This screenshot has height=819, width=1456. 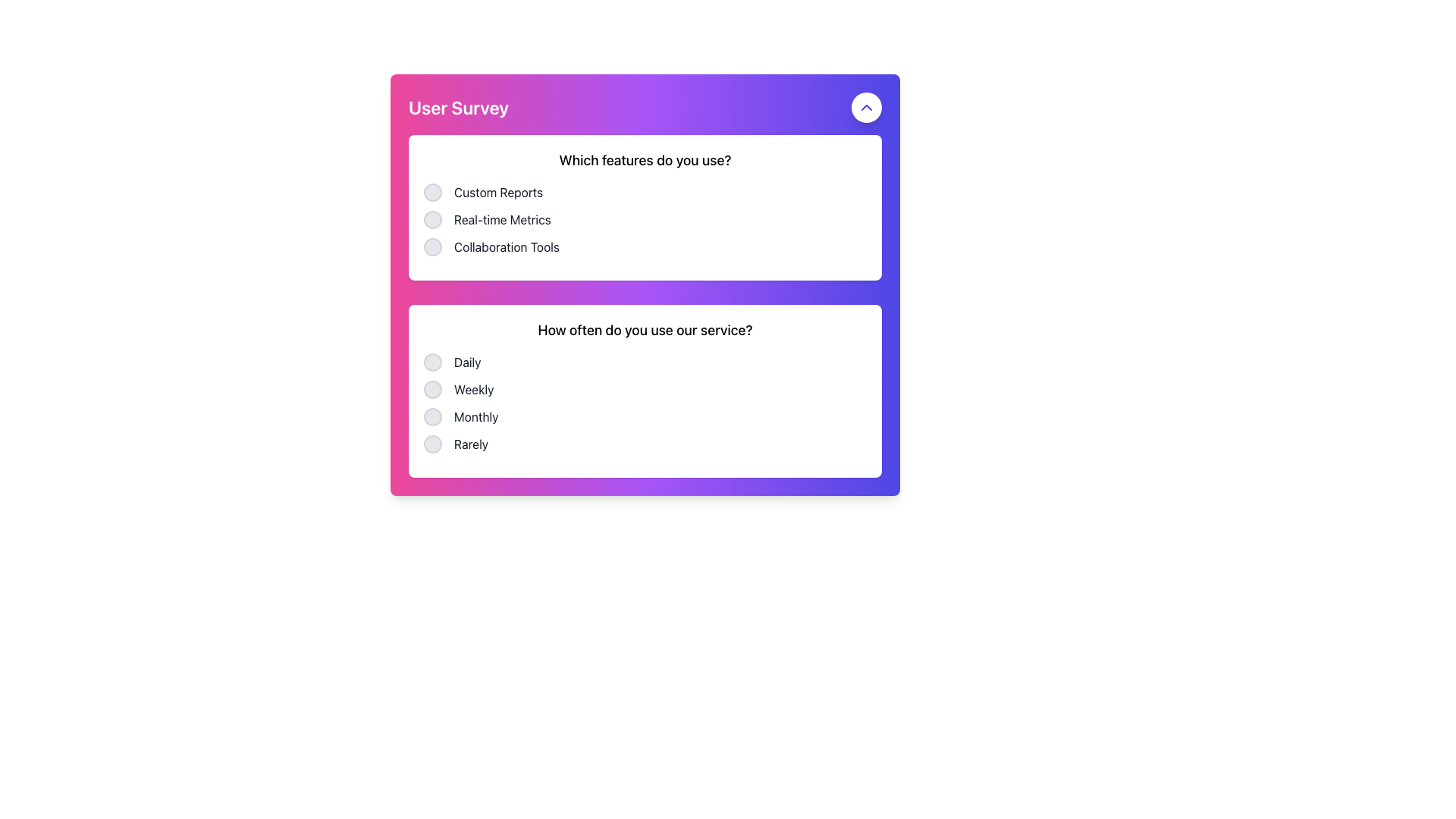 What do you see at coordinates (466, 362) in the screenshot?
I see `the text label displaying 'Daily' in dark gray color, which is positioned next to a circular radio button on its left` at bounding box center [466, 362].